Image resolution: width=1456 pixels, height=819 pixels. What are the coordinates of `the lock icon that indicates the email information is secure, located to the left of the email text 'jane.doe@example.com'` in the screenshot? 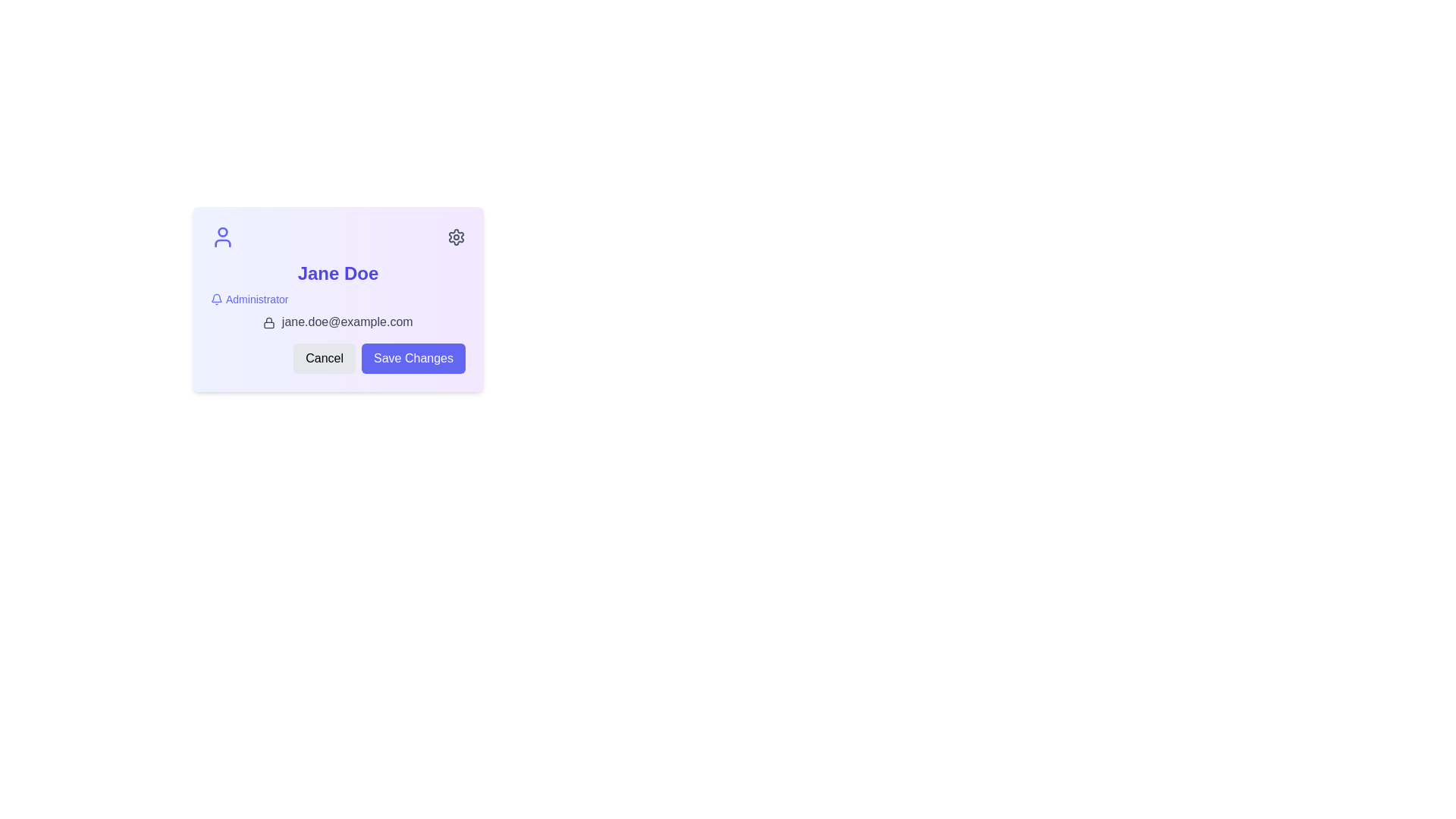 It's located at (269, 322).